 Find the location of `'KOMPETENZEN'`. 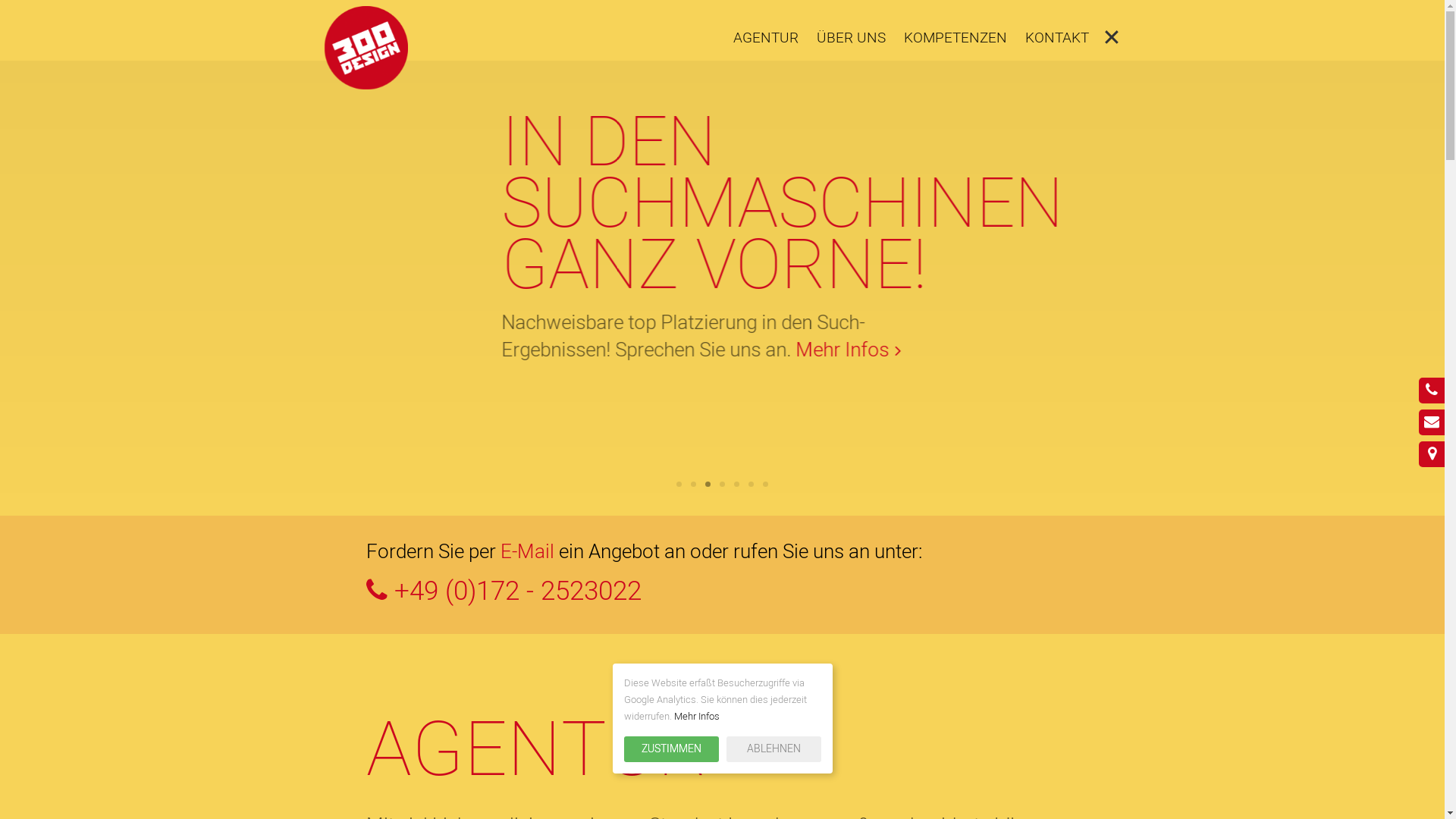

'KOMPETENZEN' is located at coordinates (902, 37).